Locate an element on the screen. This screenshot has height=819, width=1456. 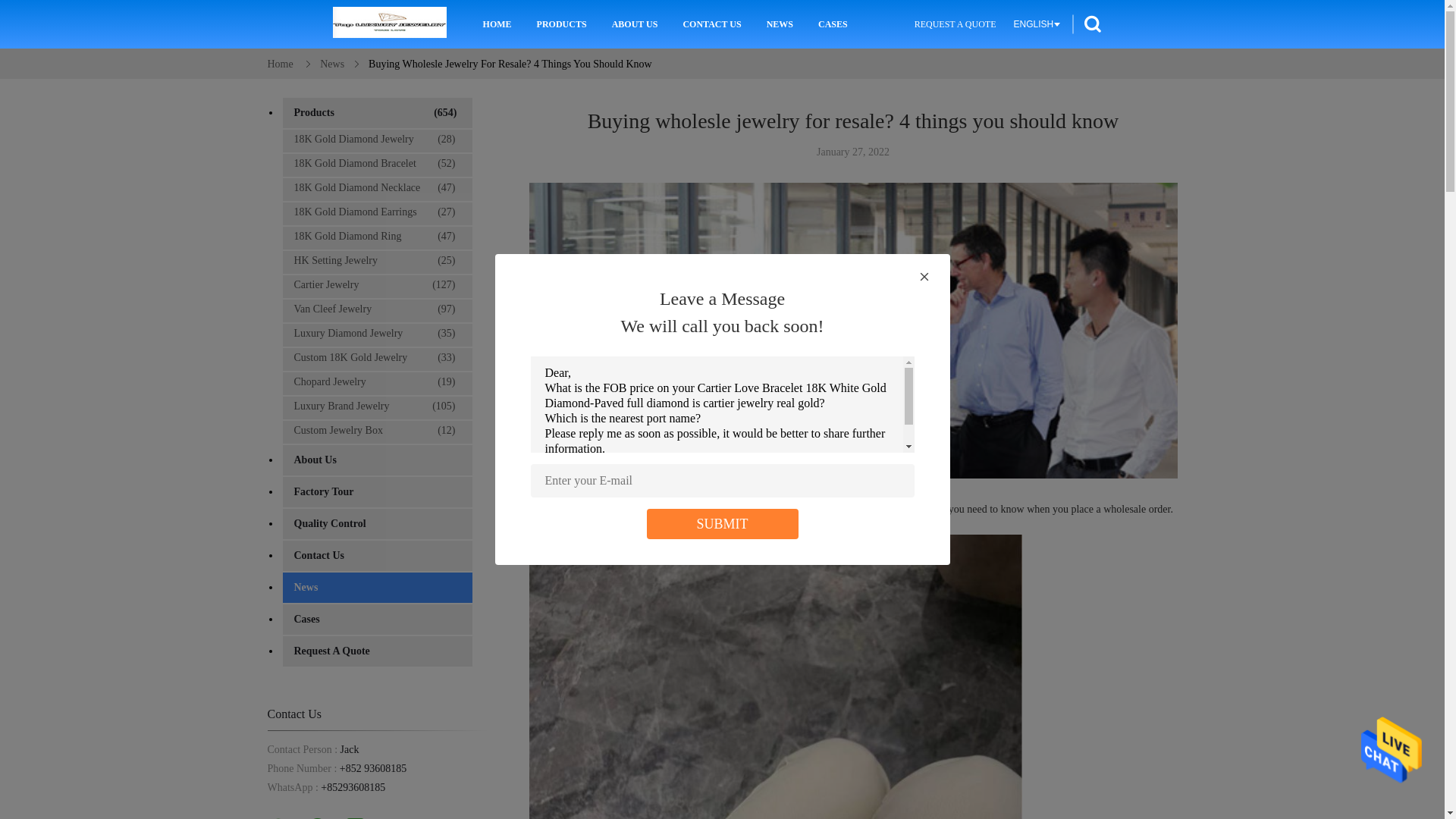
'Chopard Jewelry is located at coordinates (375, 381).